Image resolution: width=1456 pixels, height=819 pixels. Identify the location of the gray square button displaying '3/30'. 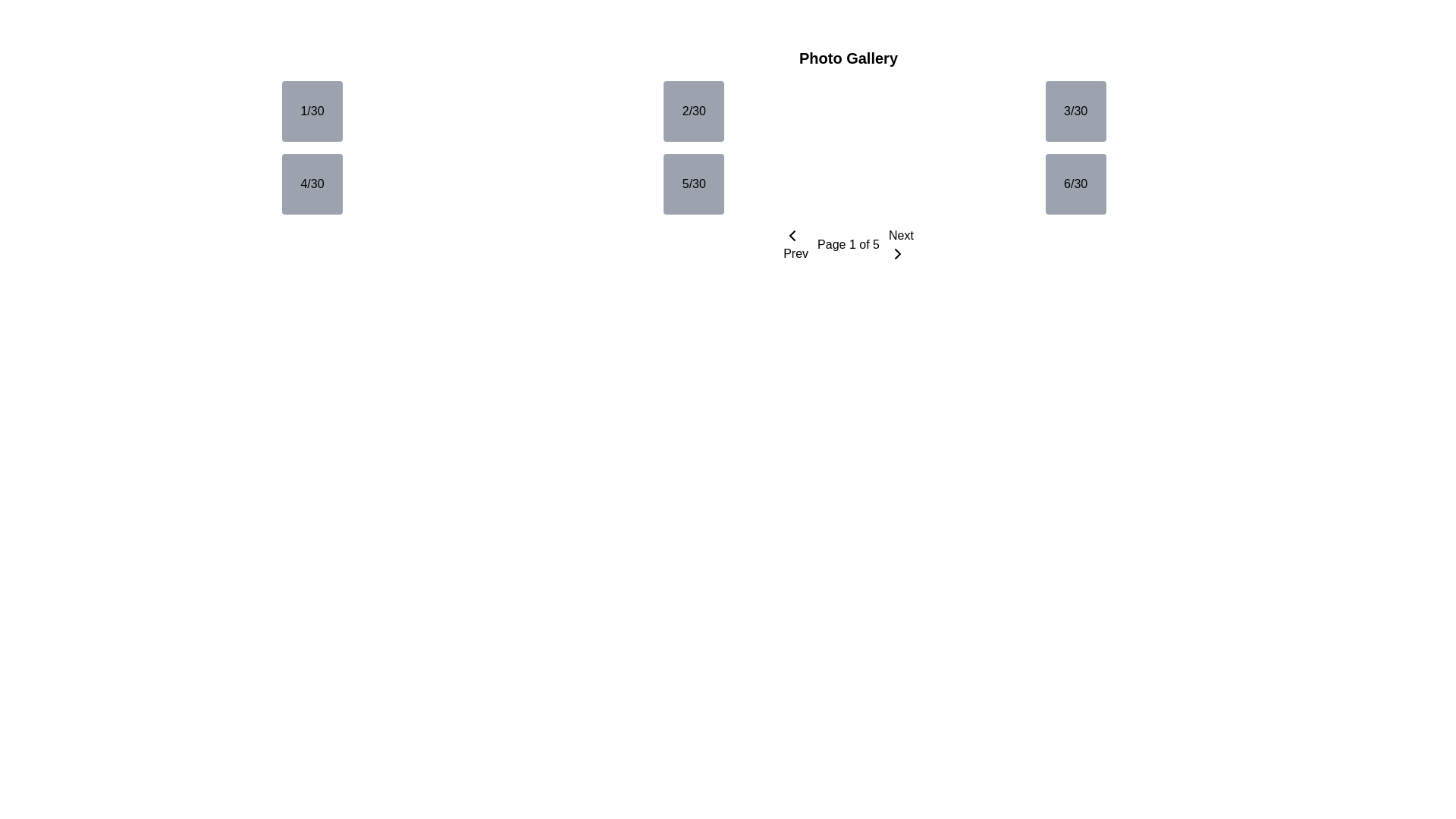
(1075, 110).